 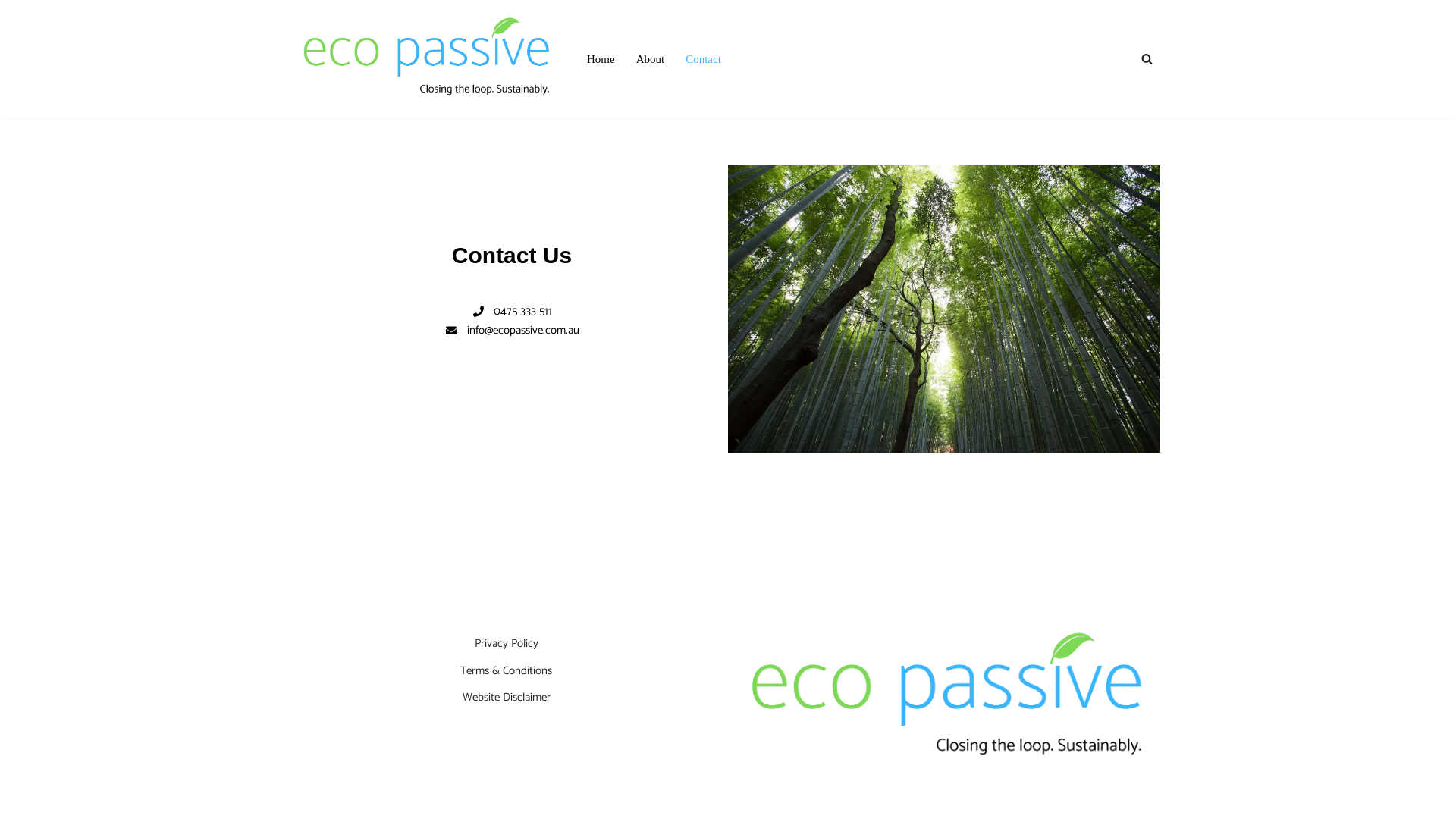 What do you see at coordinates (684, 58) in the screenshot?
I see `'Contact'` at bounding box center [684, 58].